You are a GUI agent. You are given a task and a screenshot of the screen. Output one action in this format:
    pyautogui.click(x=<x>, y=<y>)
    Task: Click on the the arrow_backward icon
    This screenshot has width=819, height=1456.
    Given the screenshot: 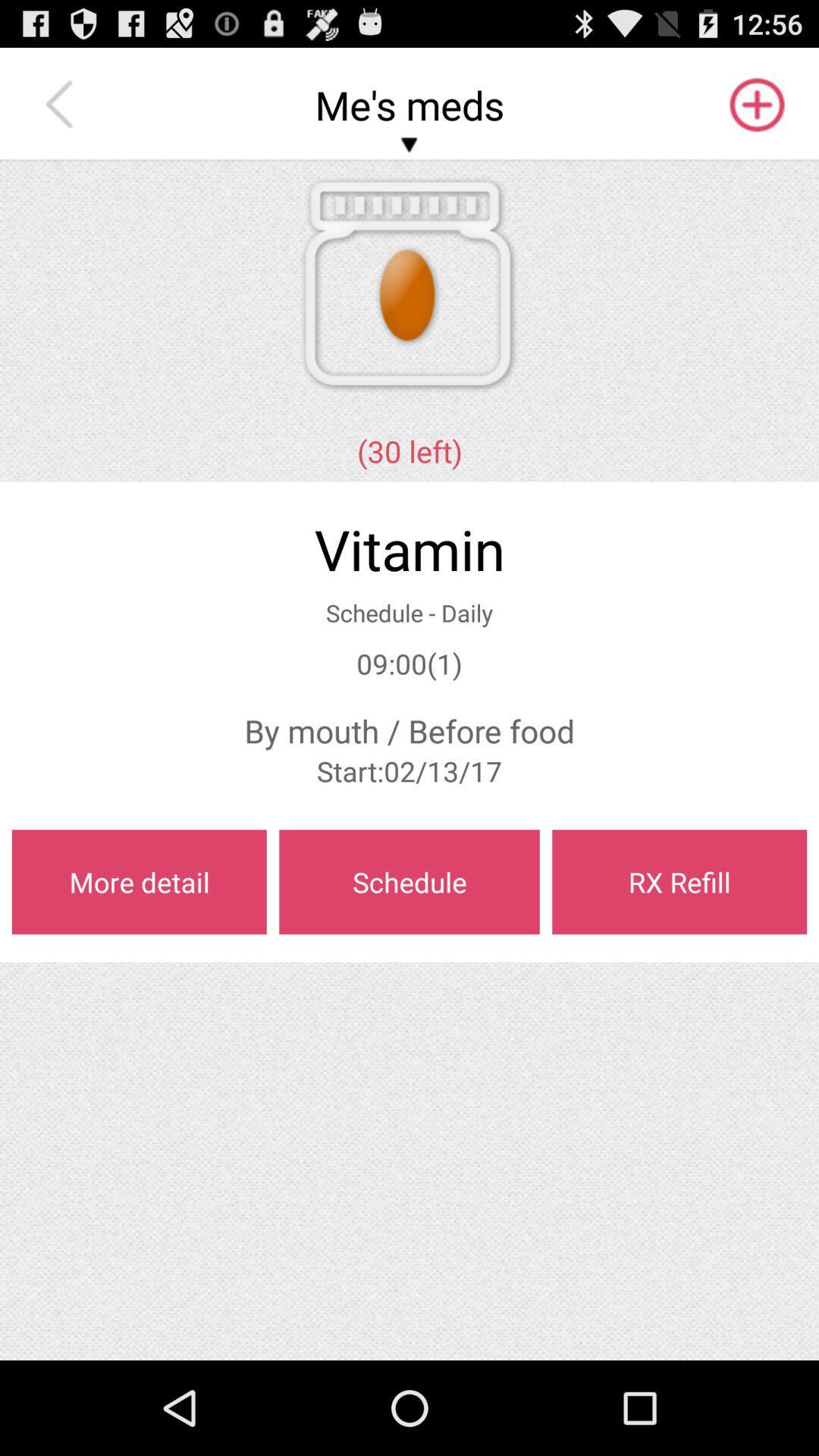 What is the action you would take?
    pyautogui.click(x=62, y=111)
    